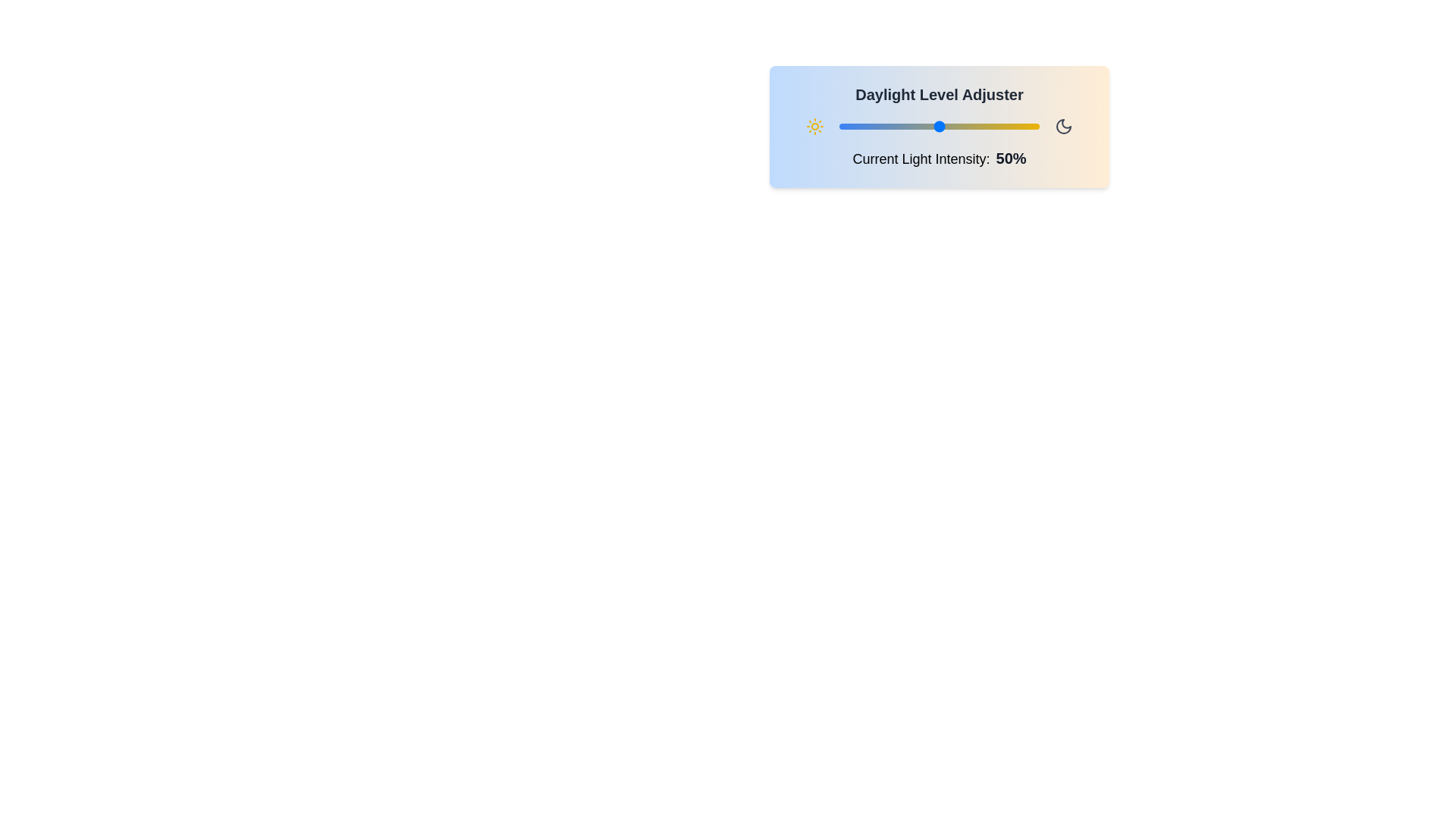 This screenshot has height=819, width=1456. What do you see at coordinates (1062, 125) in the screenshot?
I see `the Moon icon to switch to night mode` at bounding box center [1062, 125].